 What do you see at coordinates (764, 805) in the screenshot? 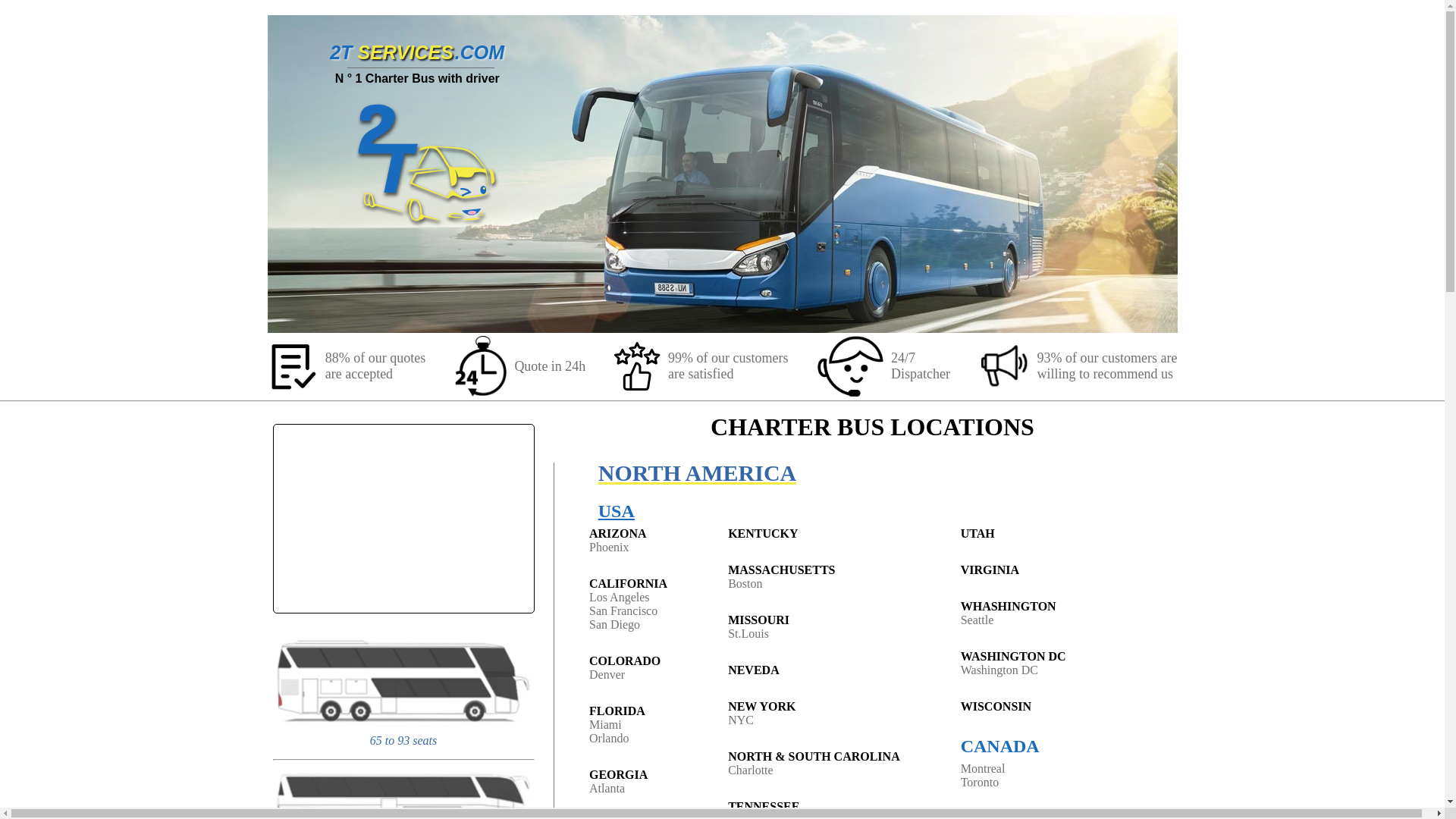
I see `'TENNESSEE'` at bounding box center [764, 805].